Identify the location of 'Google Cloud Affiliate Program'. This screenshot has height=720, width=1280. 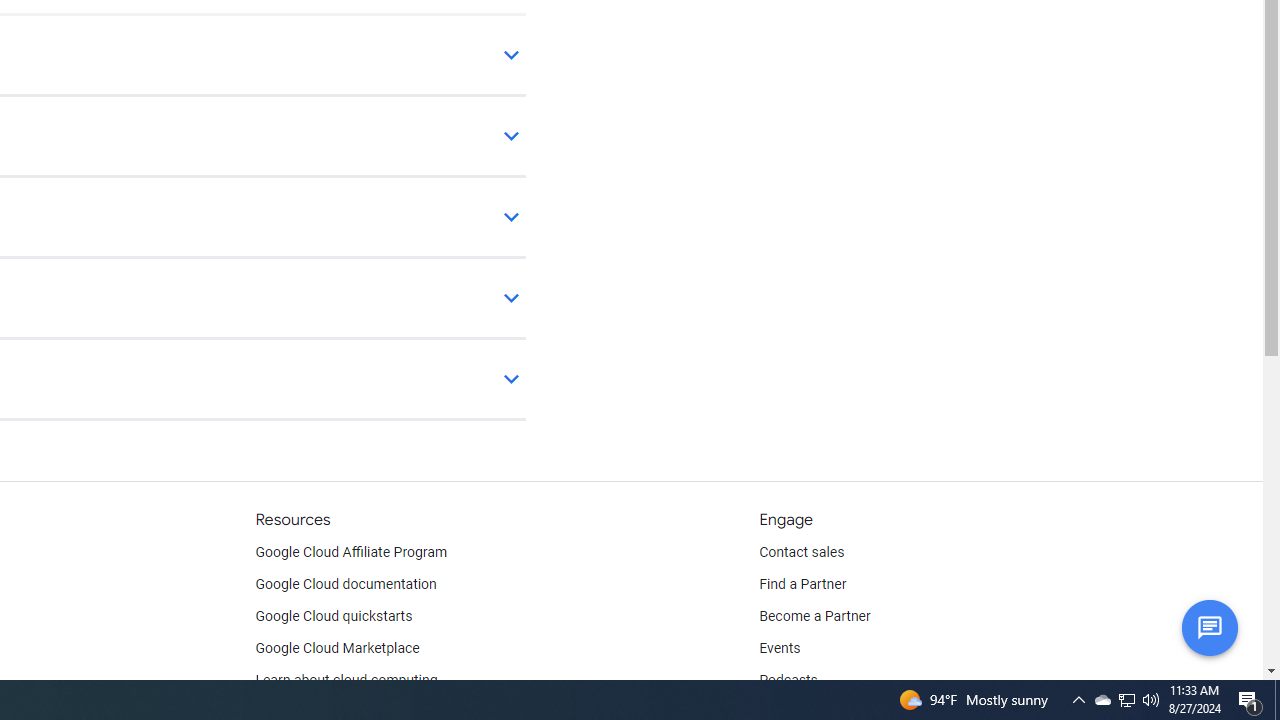
(351, 552).